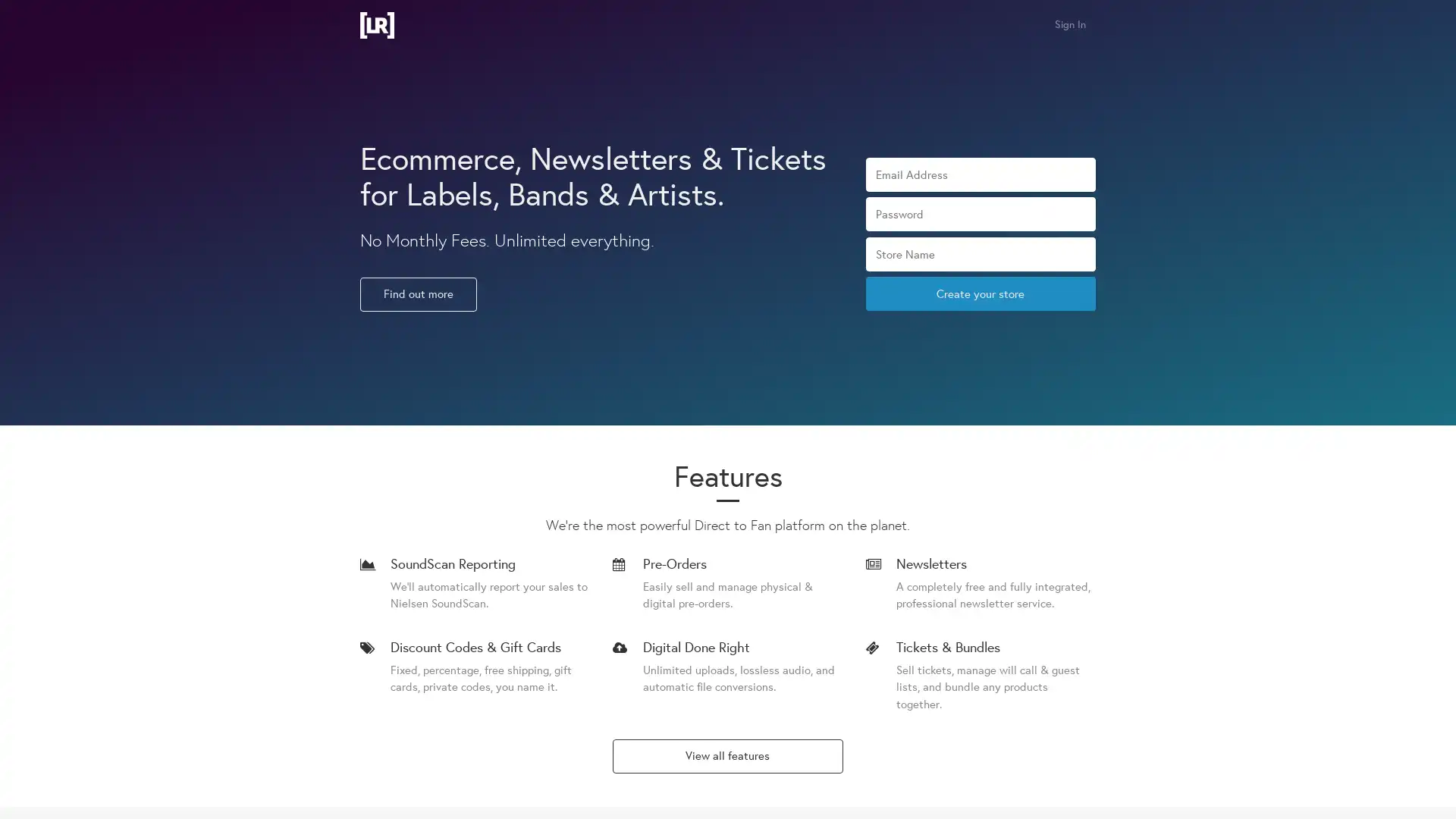 The image size is (1456, 819). I want to click on Create your store, so click(980, 293).